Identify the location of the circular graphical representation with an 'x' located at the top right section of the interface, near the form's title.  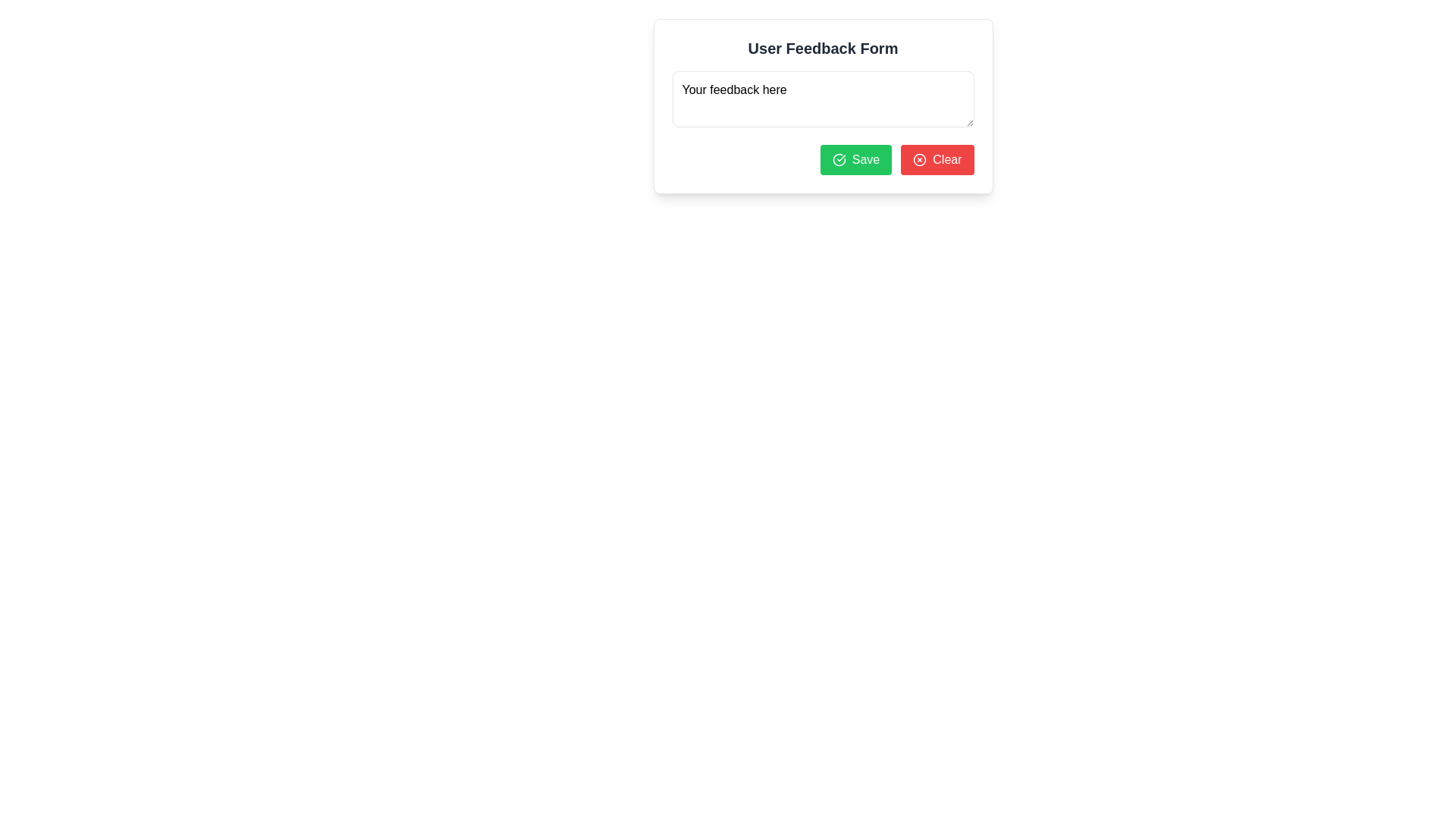
(919, 160).